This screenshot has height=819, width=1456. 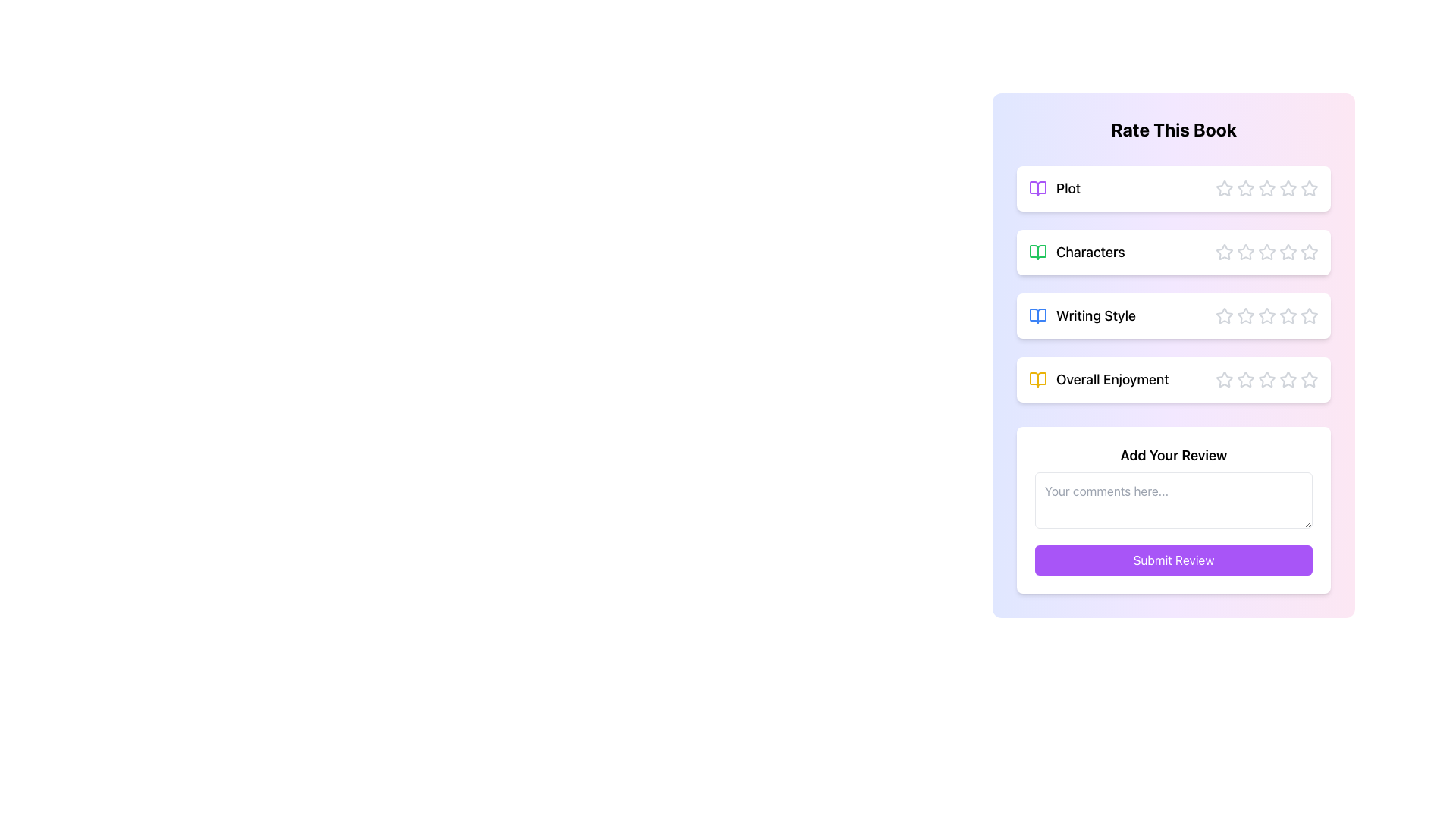 I want to click on the fifth rating star icon in the 'Overall Enjoyment' section to provide a rating, so click(x=1309, y=379).